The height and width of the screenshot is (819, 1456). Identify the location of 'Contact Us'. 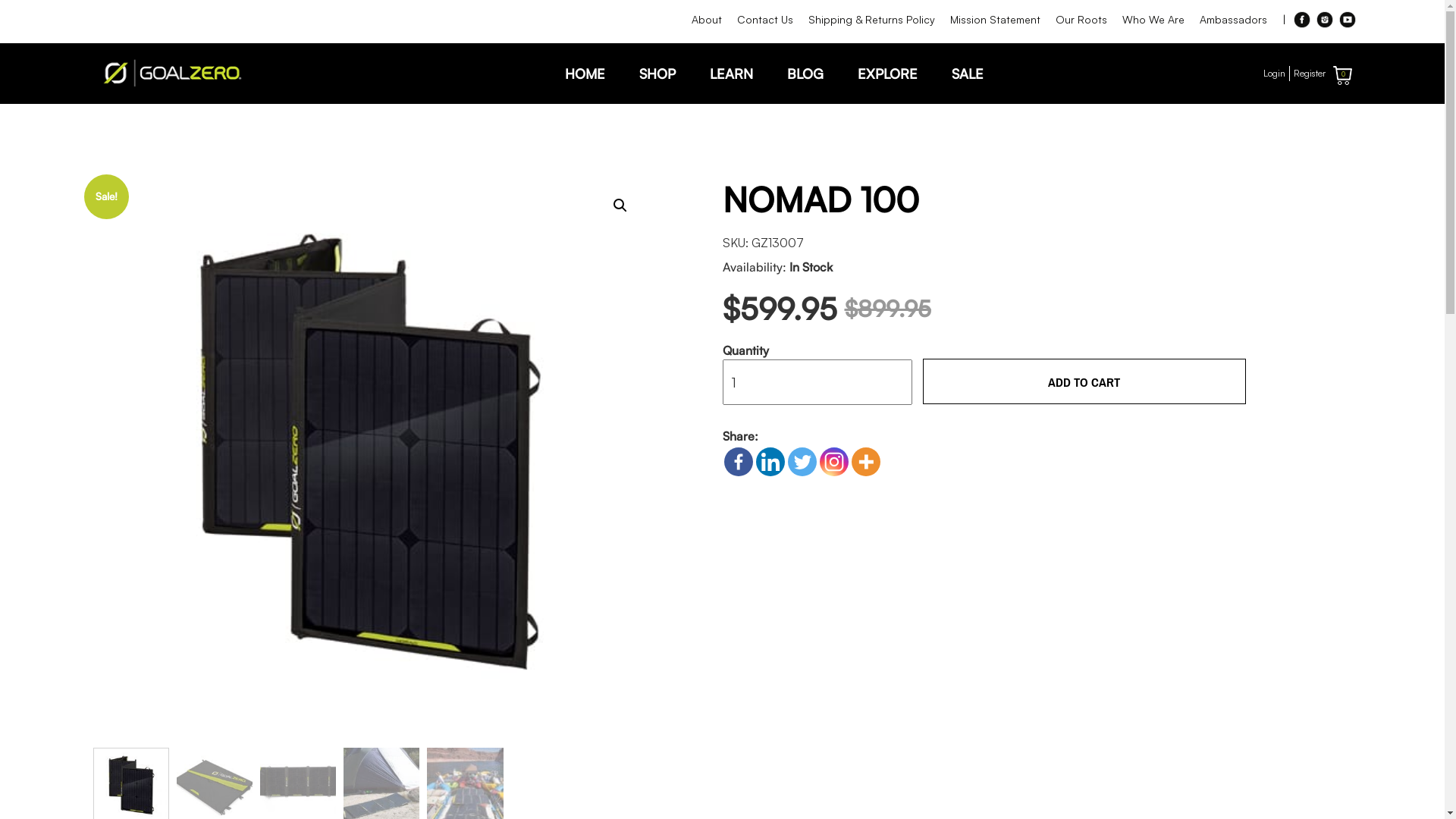
(764, 20).